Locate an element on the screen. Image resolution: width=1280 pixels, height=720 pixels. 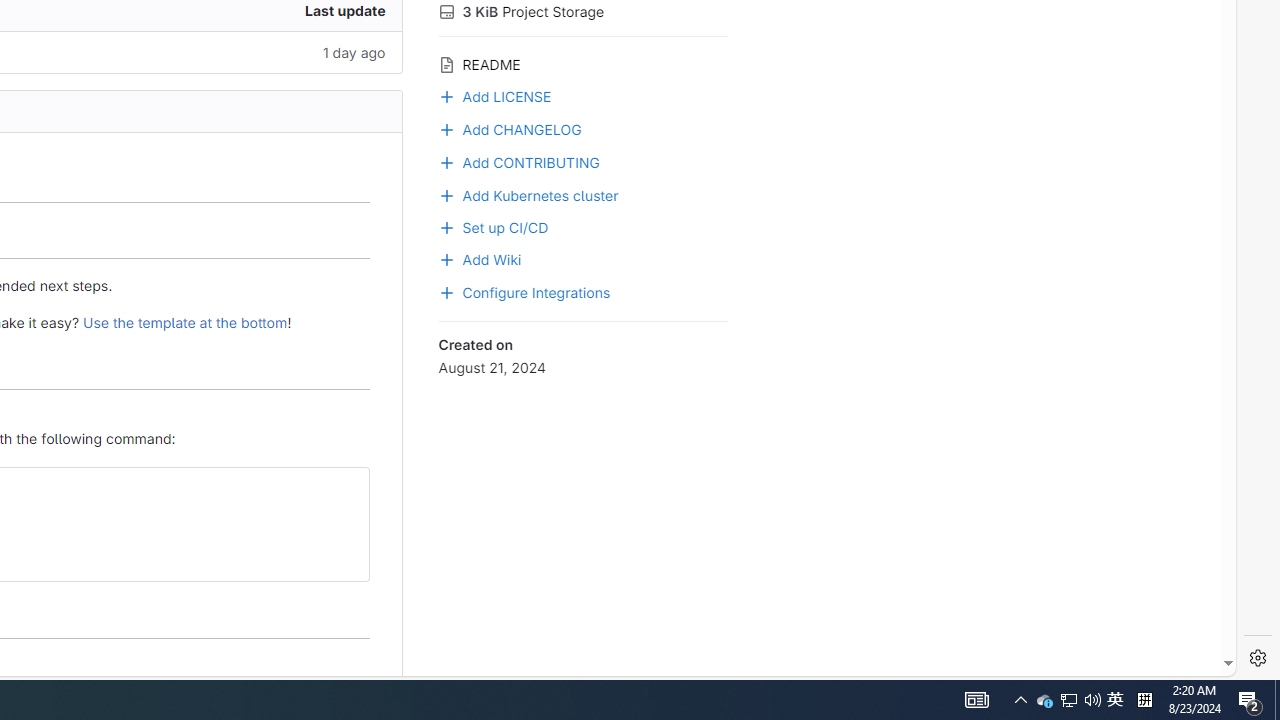
'Configure Integrations' is located at coordinates (582, 291).